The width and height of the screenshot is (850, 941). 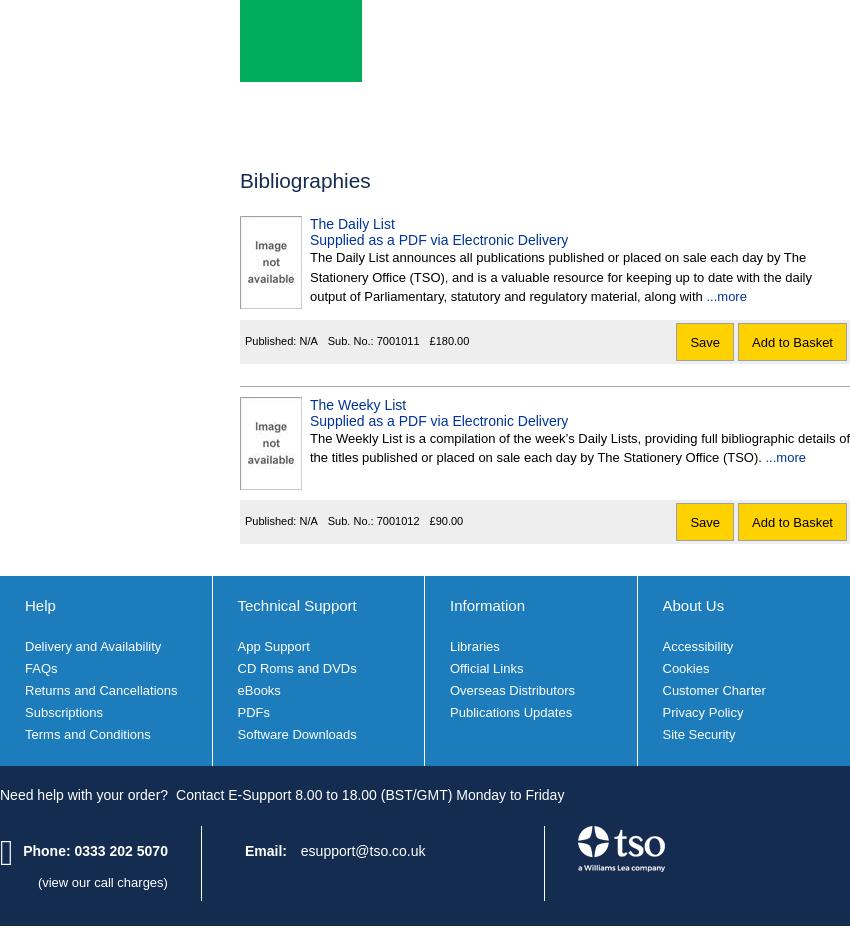 I want to click on 'Email:', so click(x=265, y=850).